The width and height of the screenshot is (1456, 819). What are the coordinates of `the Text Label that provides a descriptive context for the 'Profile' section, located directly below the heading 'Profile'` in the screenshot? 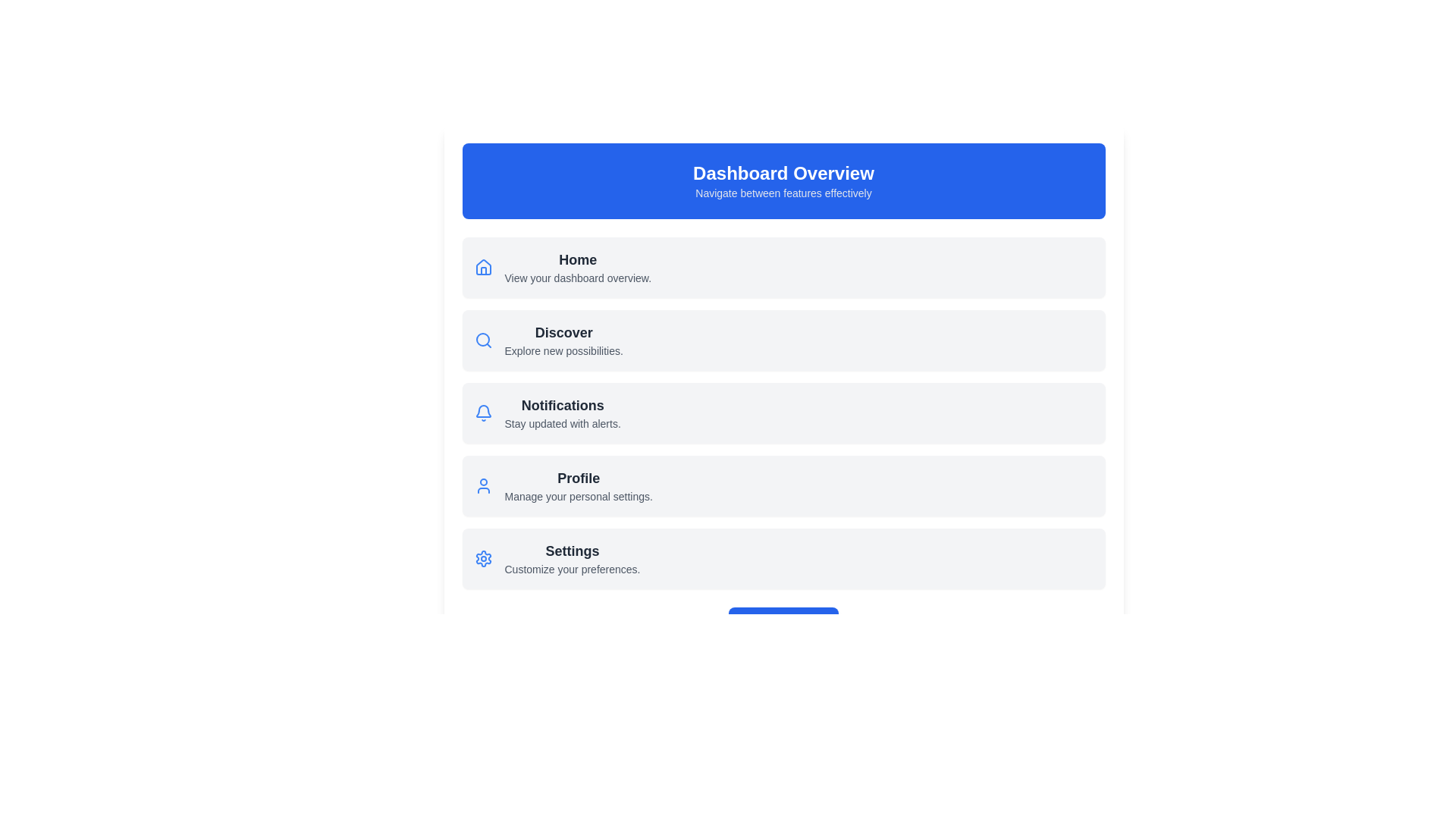 It's located at (578, 497).